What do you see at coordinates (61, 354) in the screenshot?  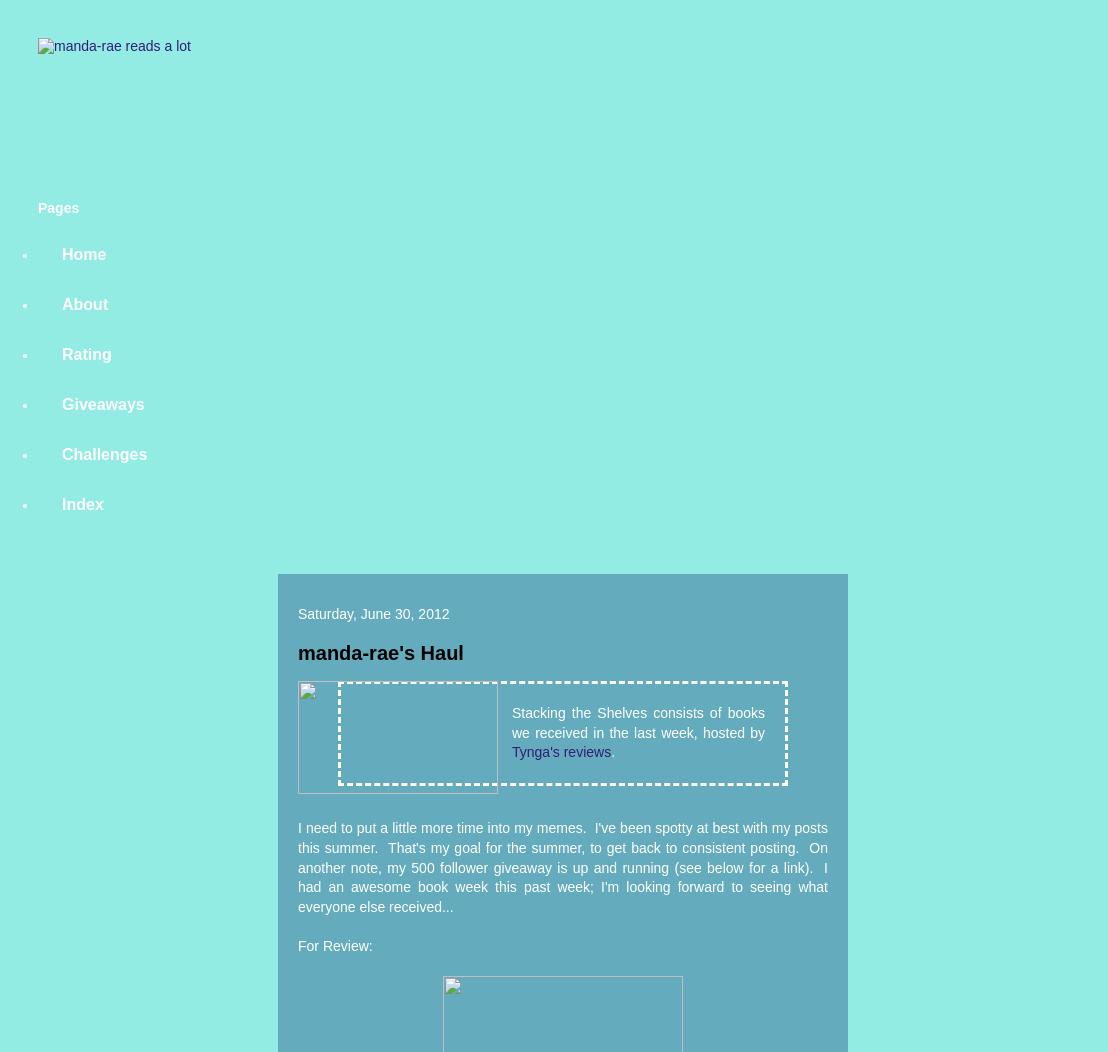 I see `'Rating'` at bounding box center [61, 354].